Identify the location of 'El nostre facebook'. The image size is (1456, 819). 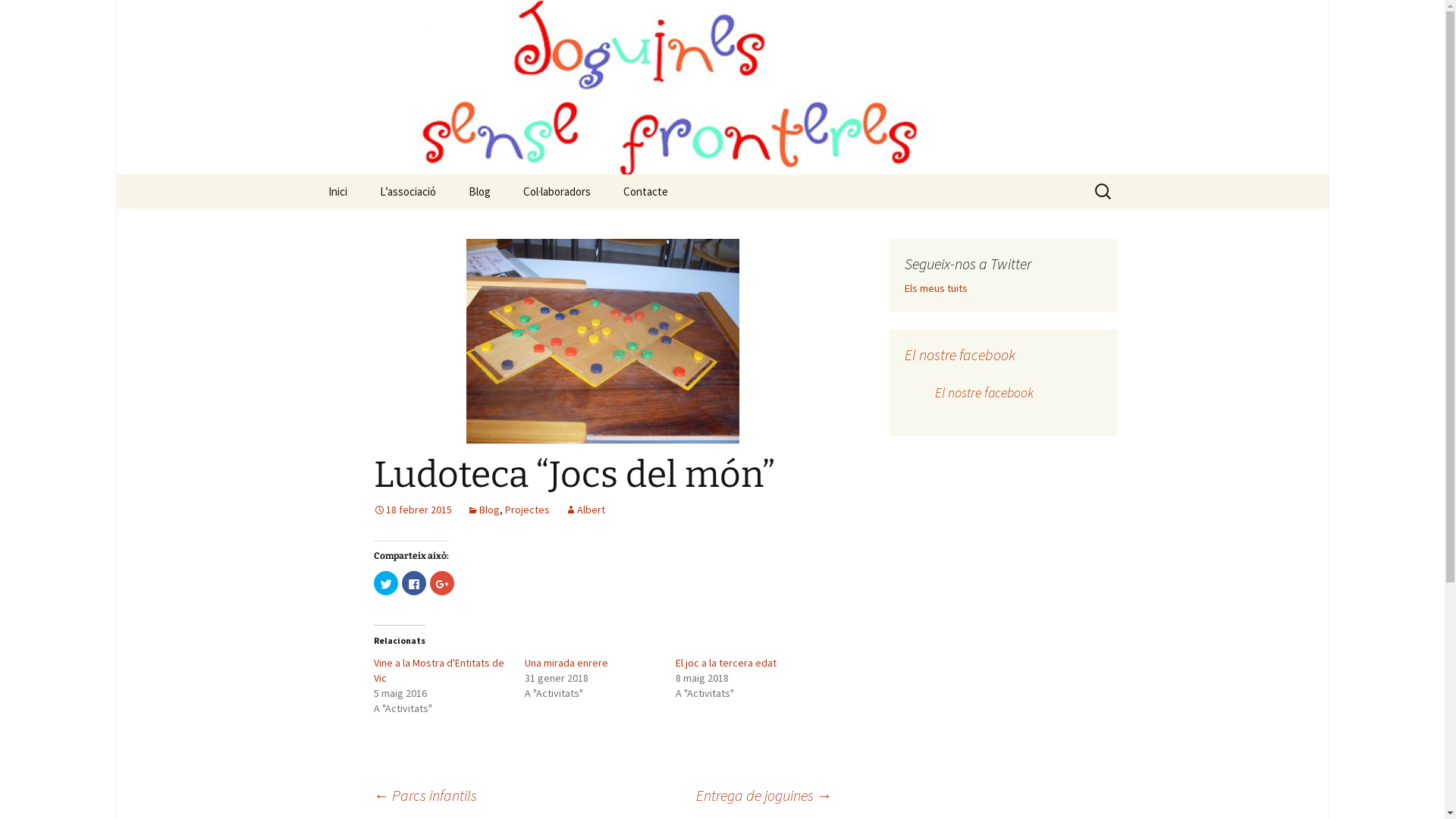
(959, 354).